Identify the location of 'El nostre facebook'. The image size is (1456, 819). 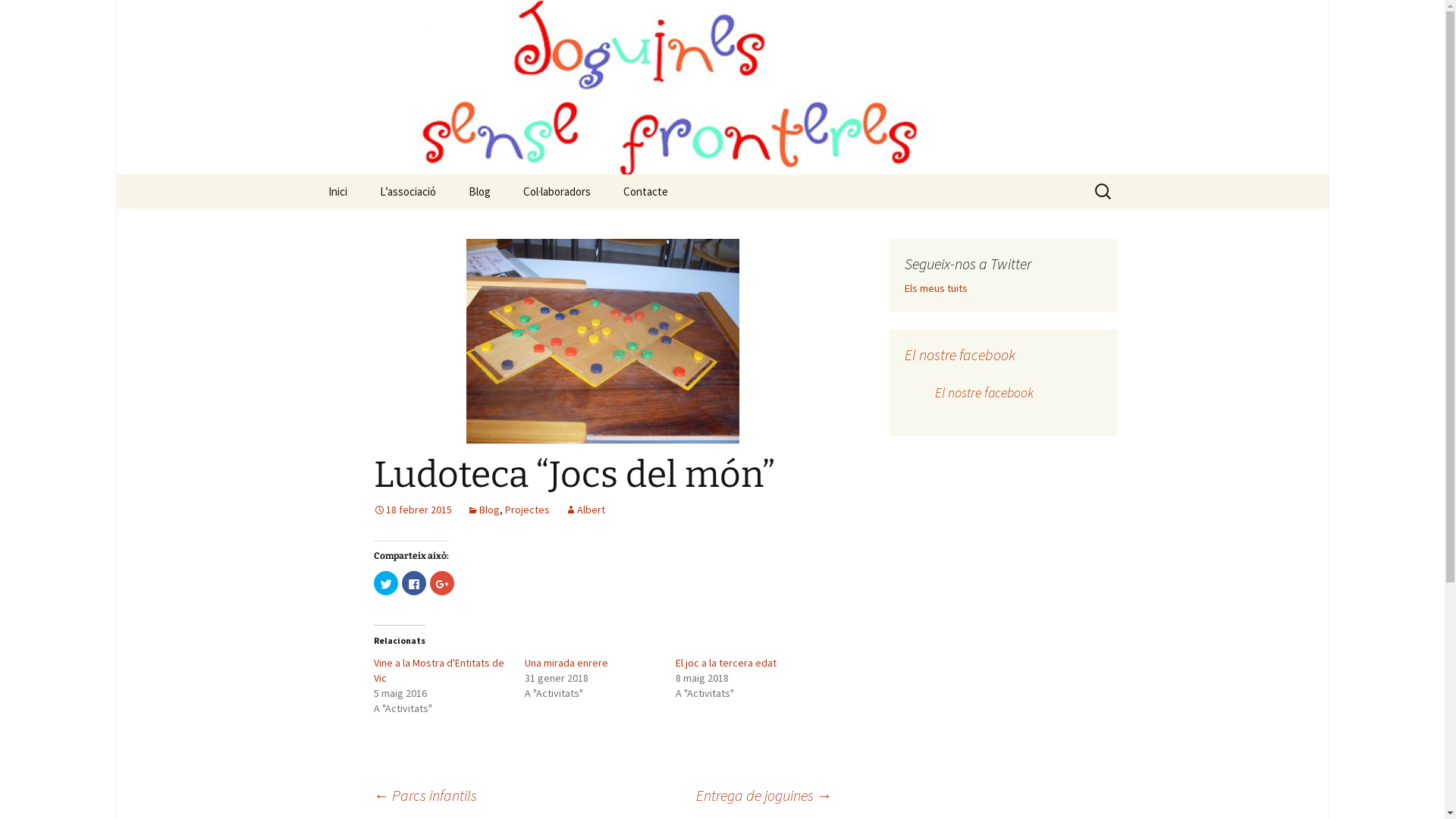
(959, 354).